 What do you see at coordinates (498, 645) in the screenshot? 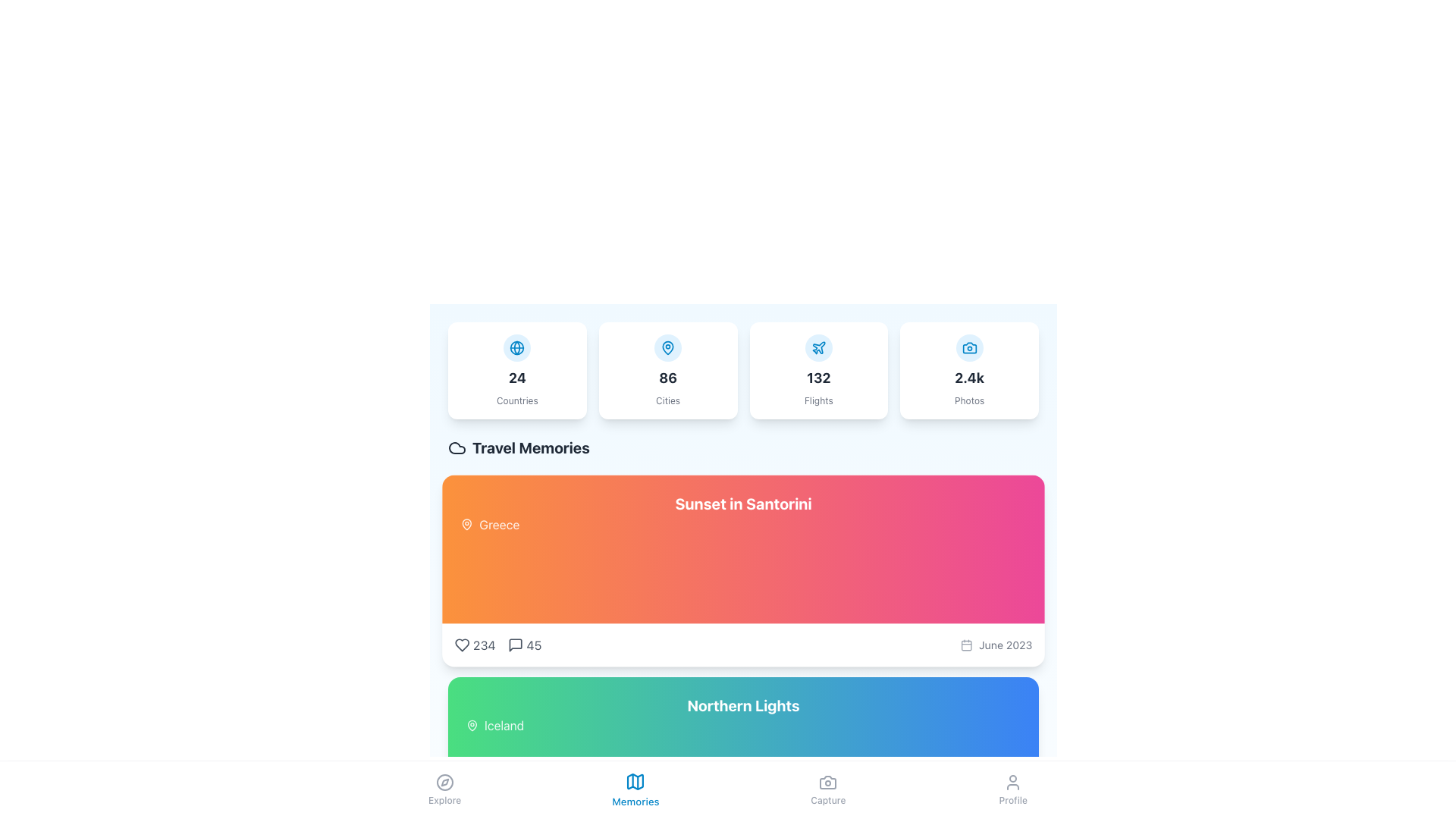
I see `the composite element displaying likes and comments for the 'Sunset in Santorini' travel memory located below the content and next to the location name, Greece` at bounding box center [498, 645].